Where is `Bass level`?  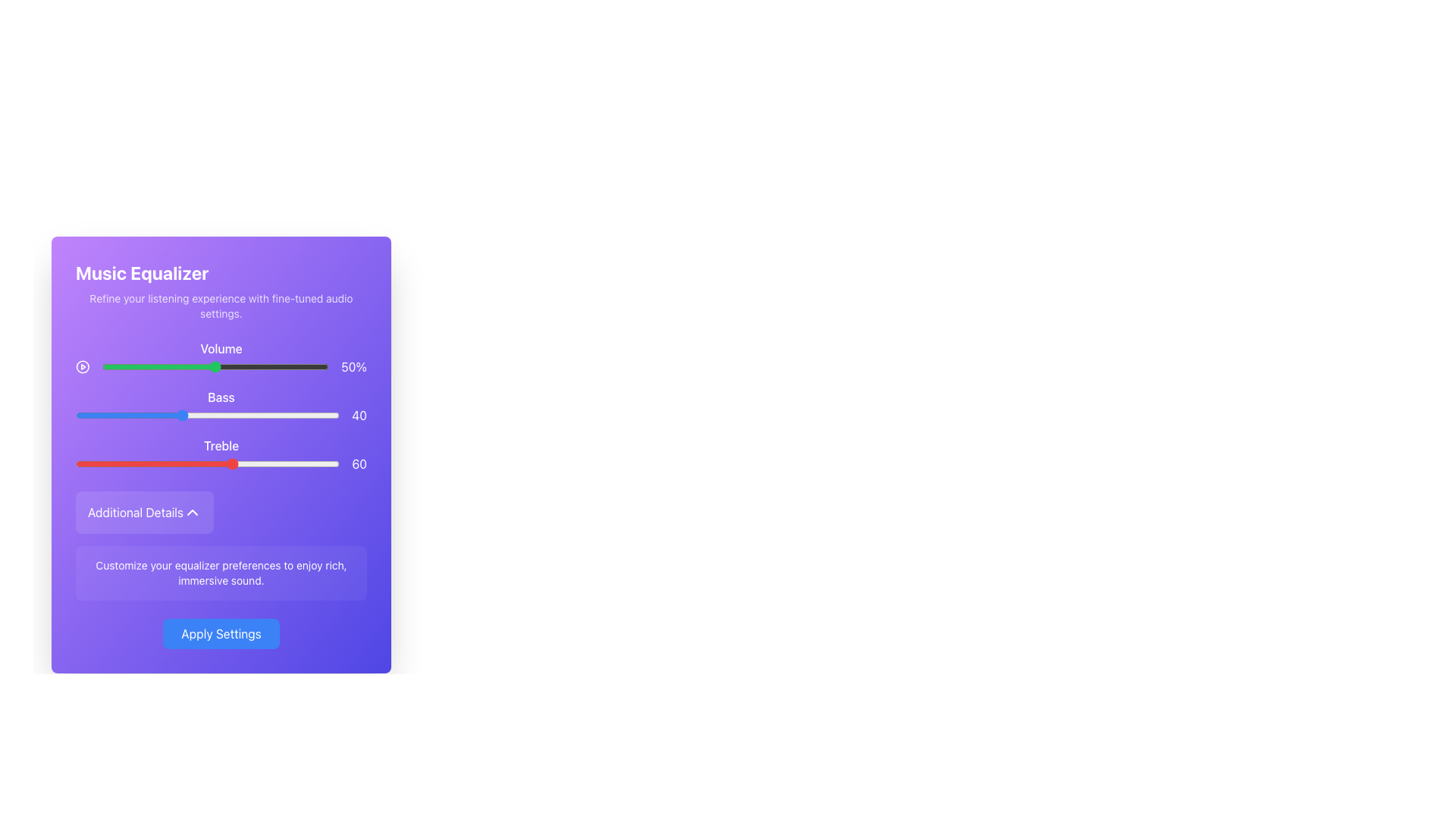
Bass level is located at coordinates (171, 415).